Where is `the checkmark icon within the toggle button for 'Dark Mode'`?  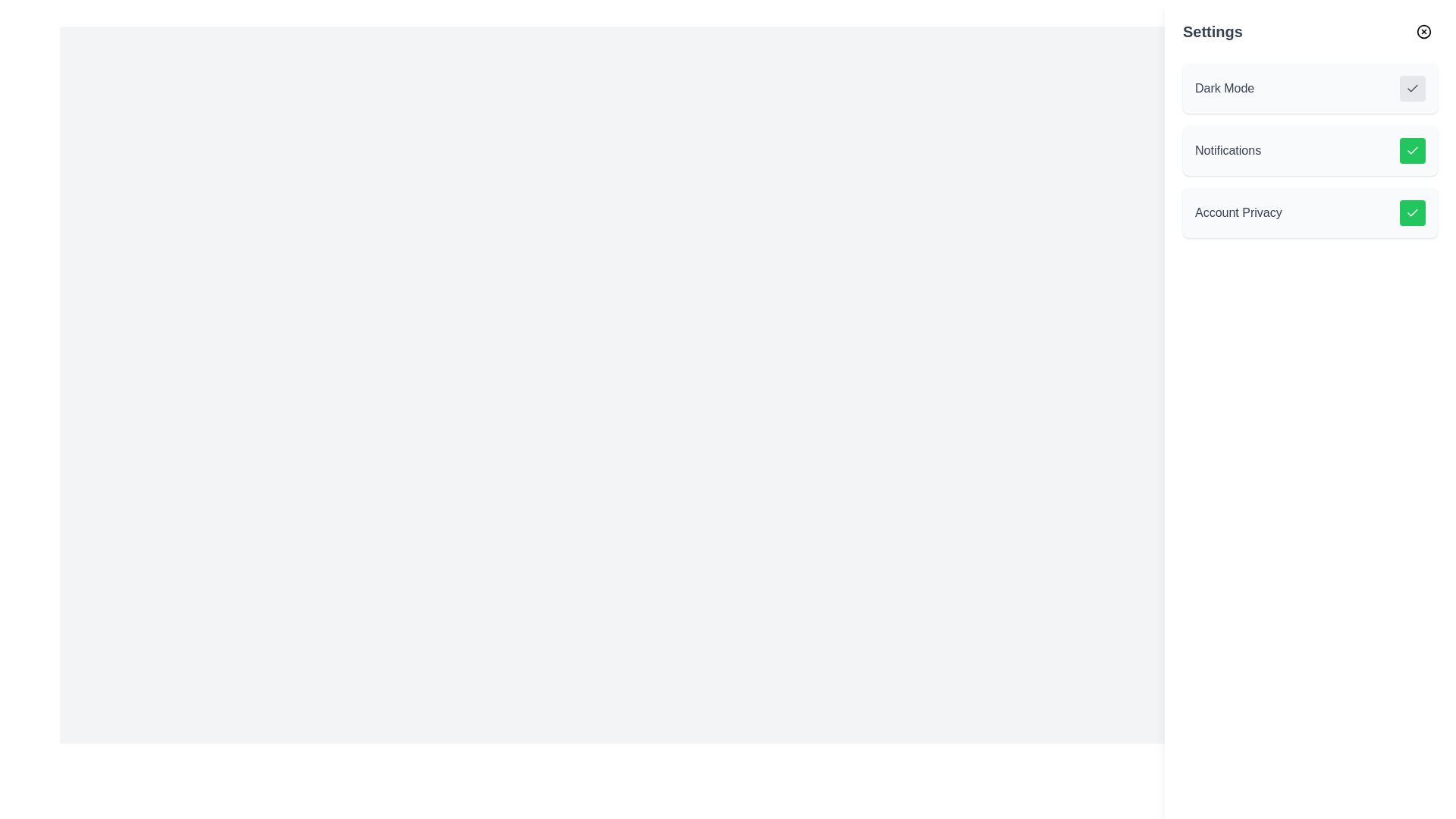
the checkmark icon within the toggle button for 'Dark Mode' is located at coordinates (1411, 88).